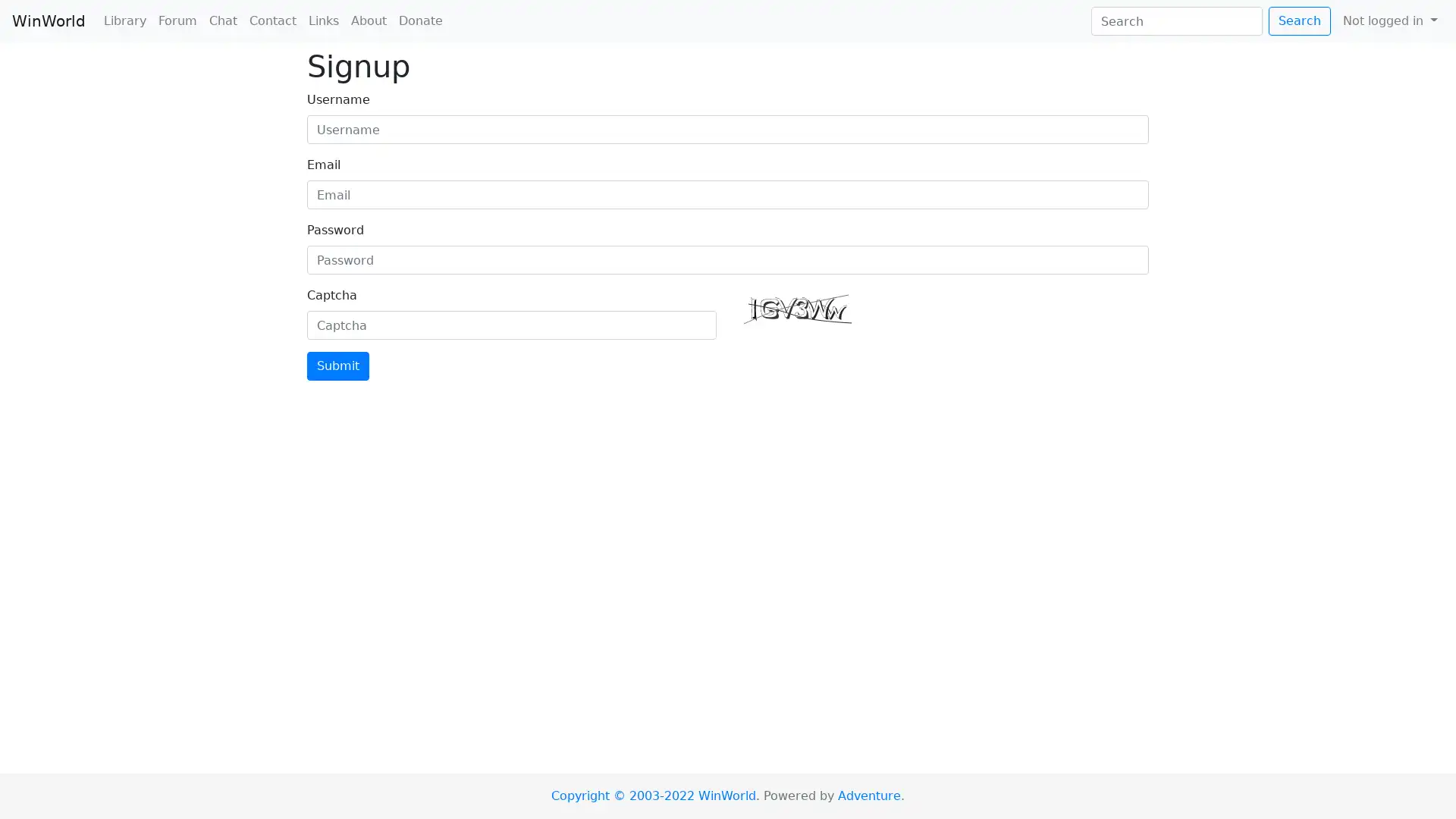  Describe the element at coordinates (337, 366) in the screenshot. I see `Submit` at that location.